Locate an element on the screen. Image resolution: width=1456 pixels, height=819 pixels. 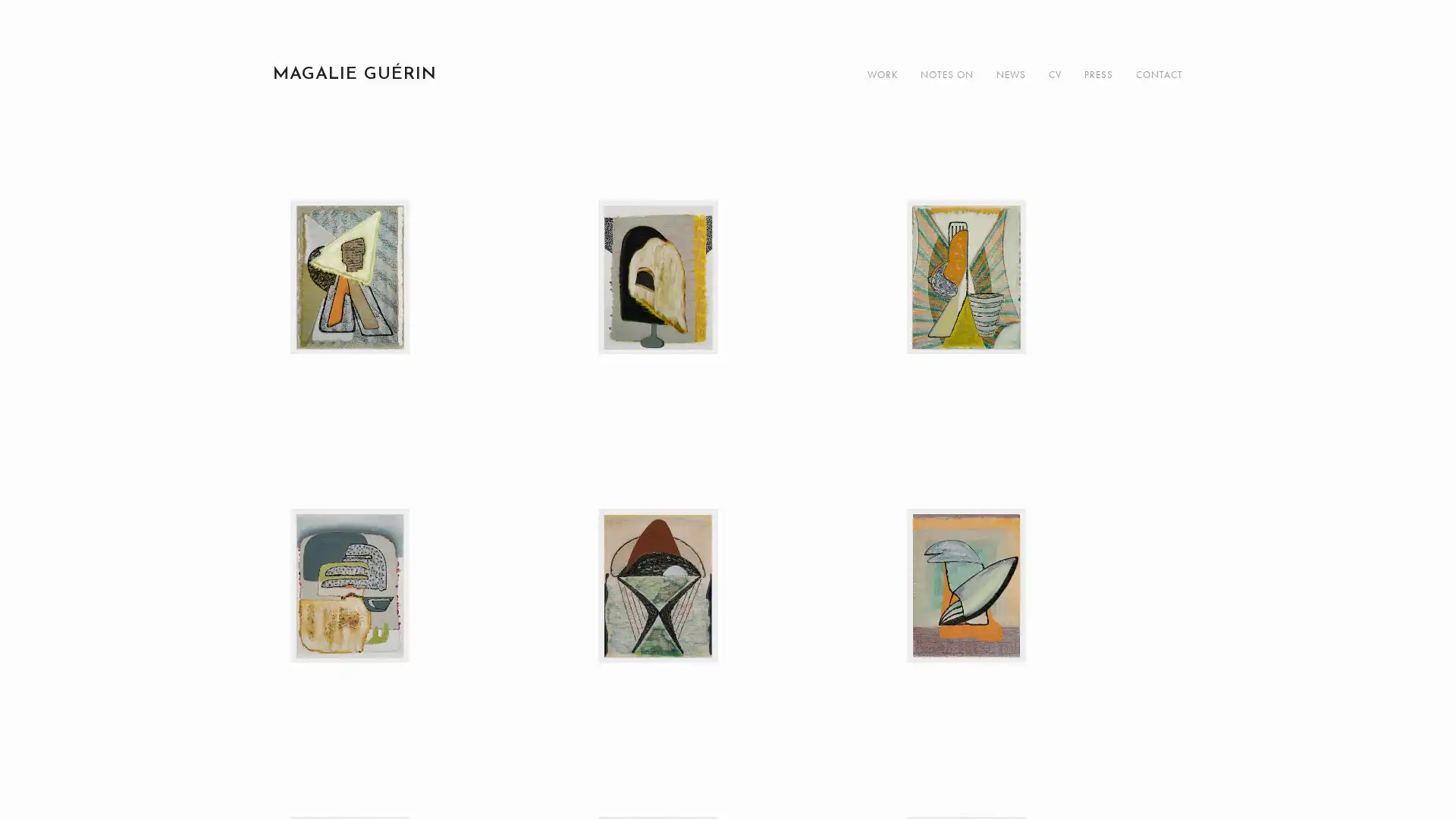
View fullsize Untitled (quarantine painting 03), 2020 is located at coordinates (1035, 346).